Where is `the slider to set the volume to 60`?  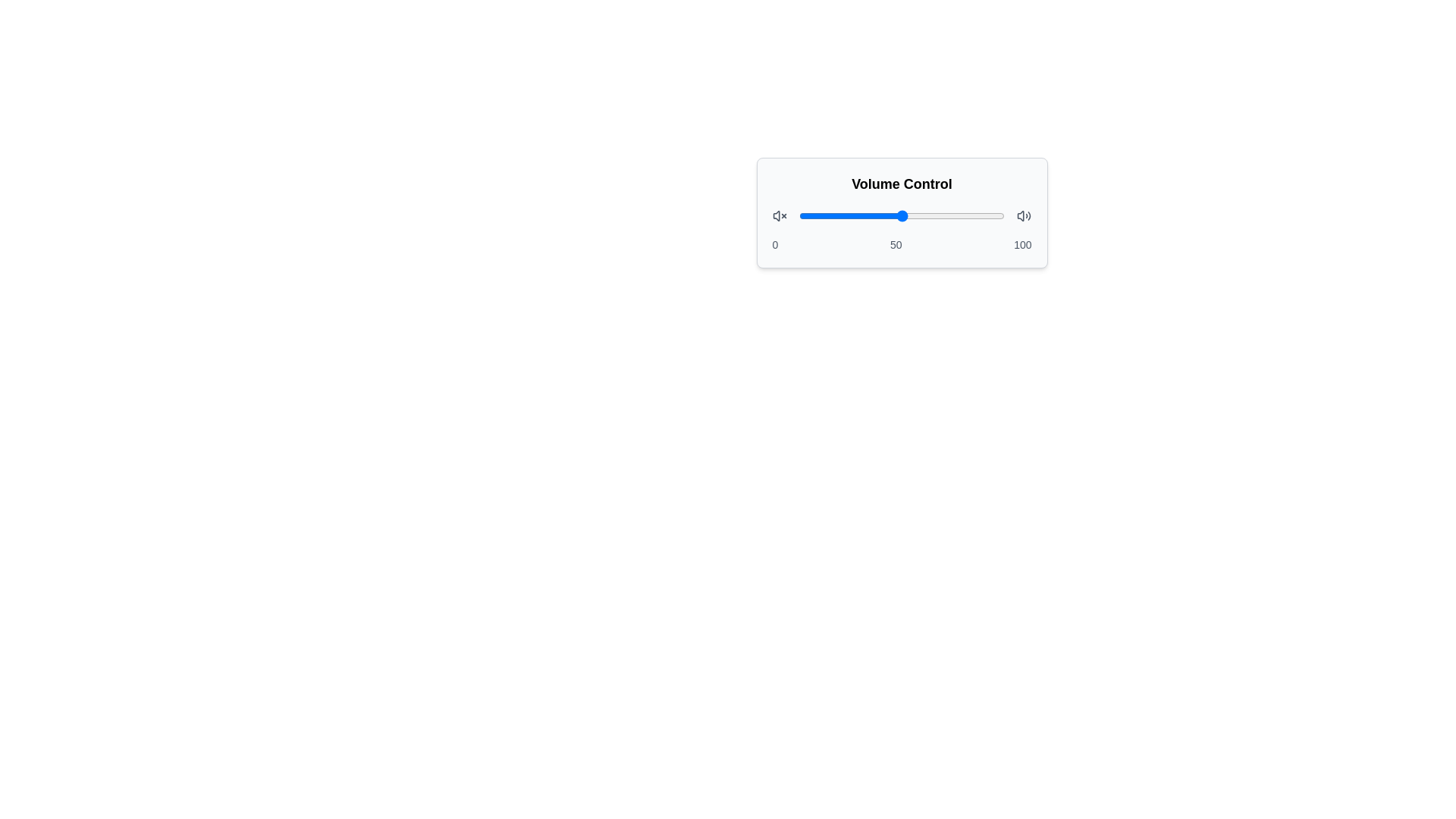 the slider to set the volume to 60 is located at coordinates (921, 216).